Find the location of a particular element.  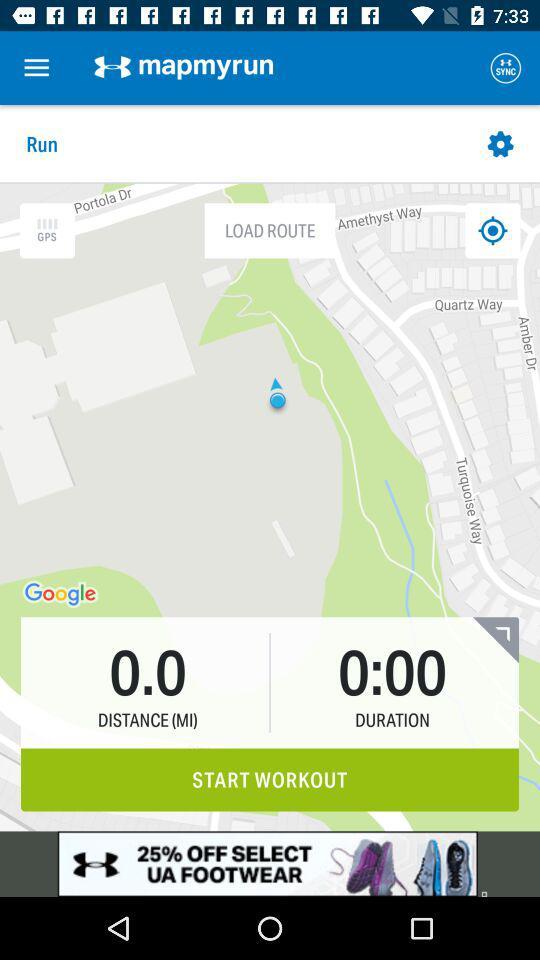

expand the item is located at coordinates (494, 639).